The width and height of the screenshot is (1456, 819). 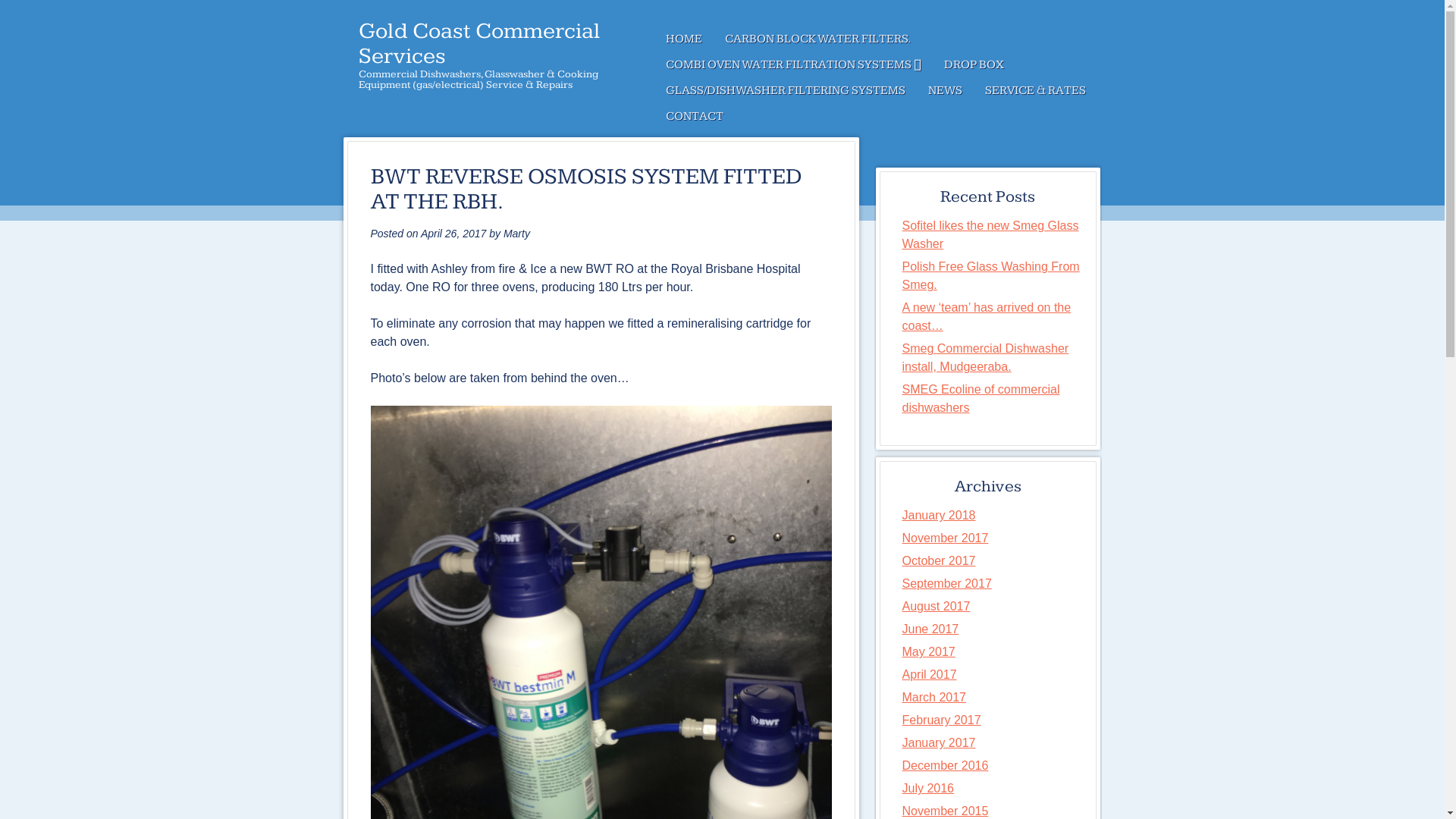 I want to click on 'SMEG Ecoline of commercial dishwashers', so click(x=981, y=397).